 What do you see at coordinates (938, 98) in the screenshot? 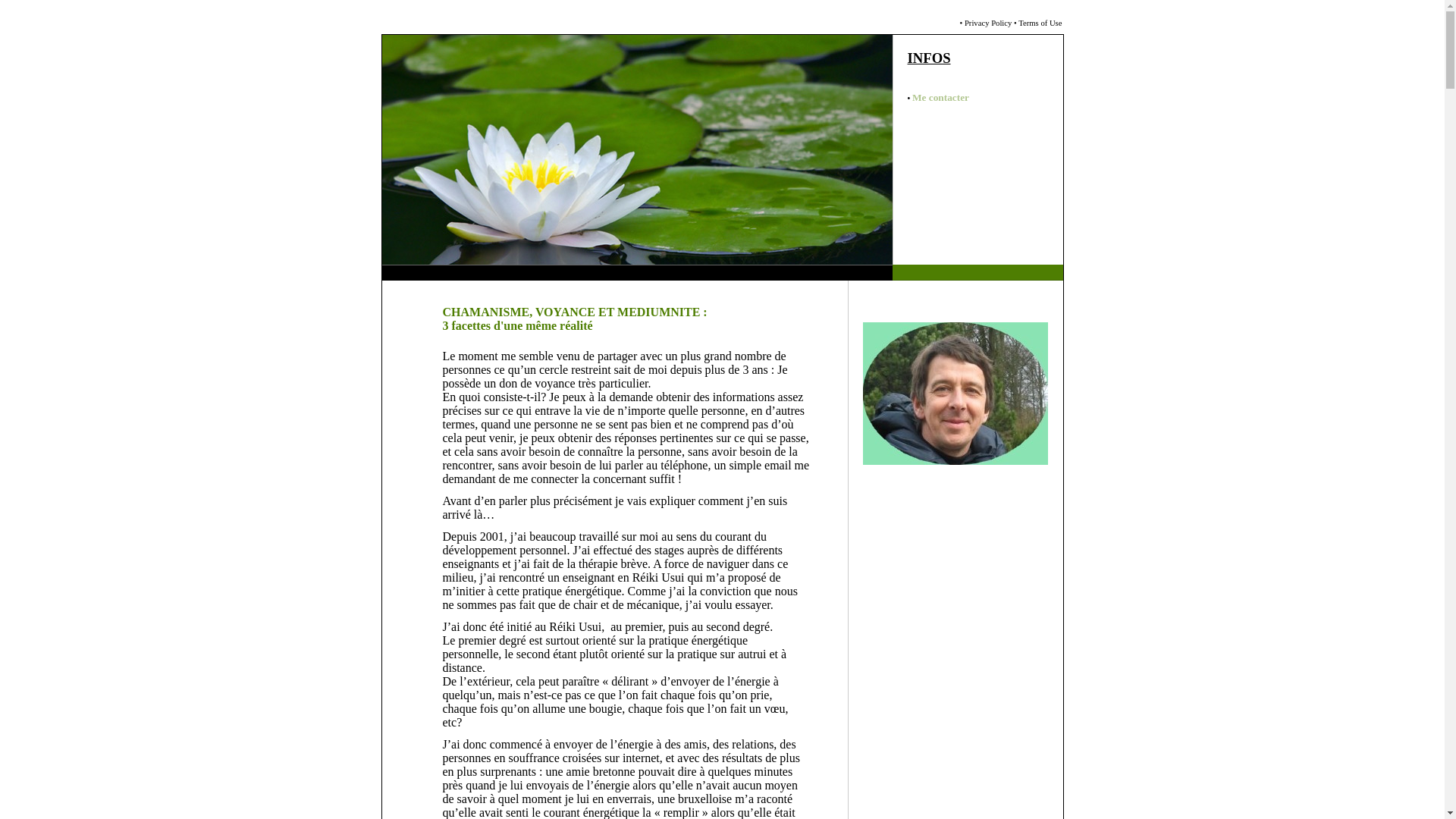
I see `' Me contacter'` at bounding box center [938, 98].